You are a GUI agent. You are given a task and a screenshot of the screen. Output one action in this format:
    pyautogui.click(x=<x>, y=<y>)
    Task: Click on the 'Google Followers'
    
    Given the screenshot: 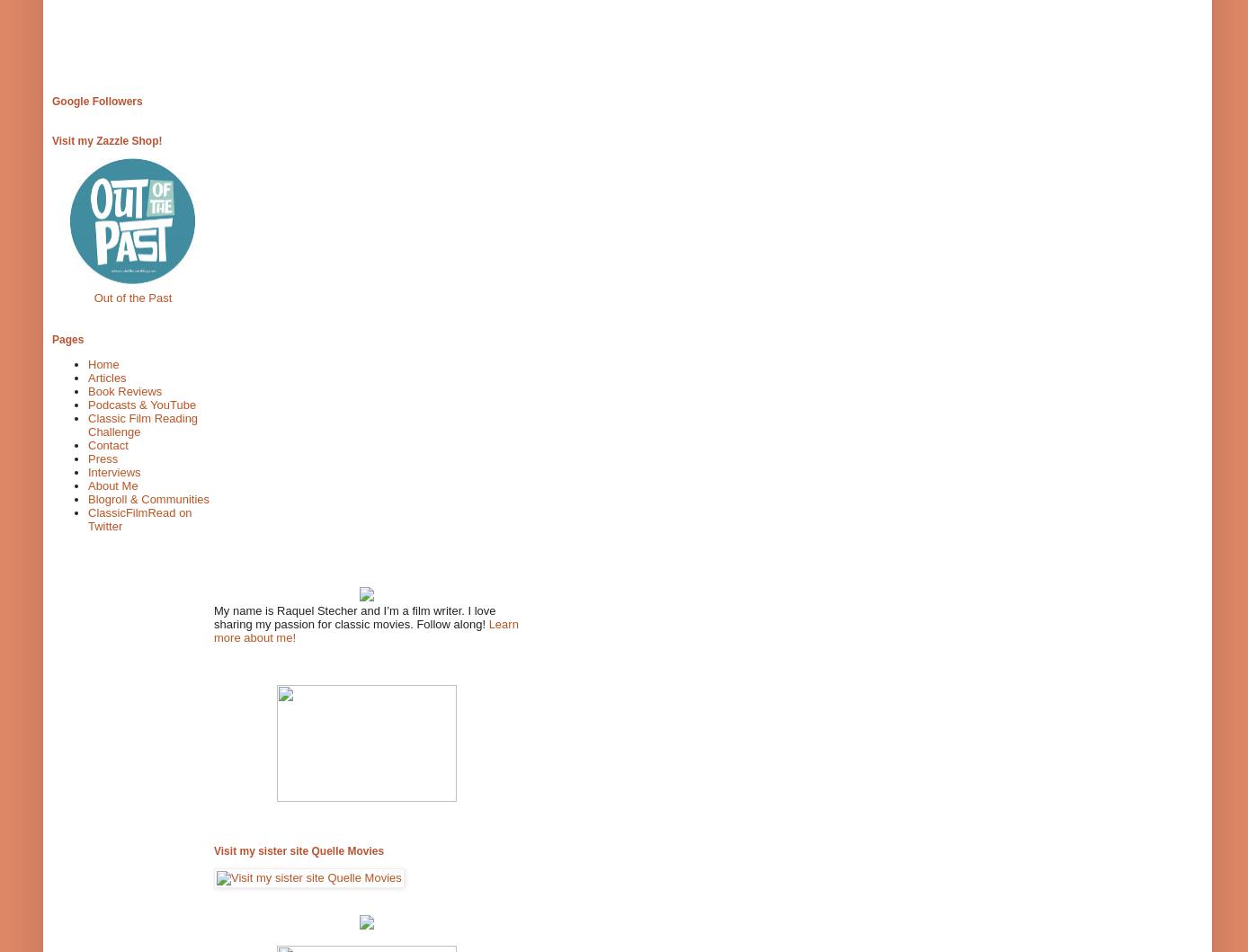 What is the action you would take?
    pyautogui.click(x=52, y=100)
    